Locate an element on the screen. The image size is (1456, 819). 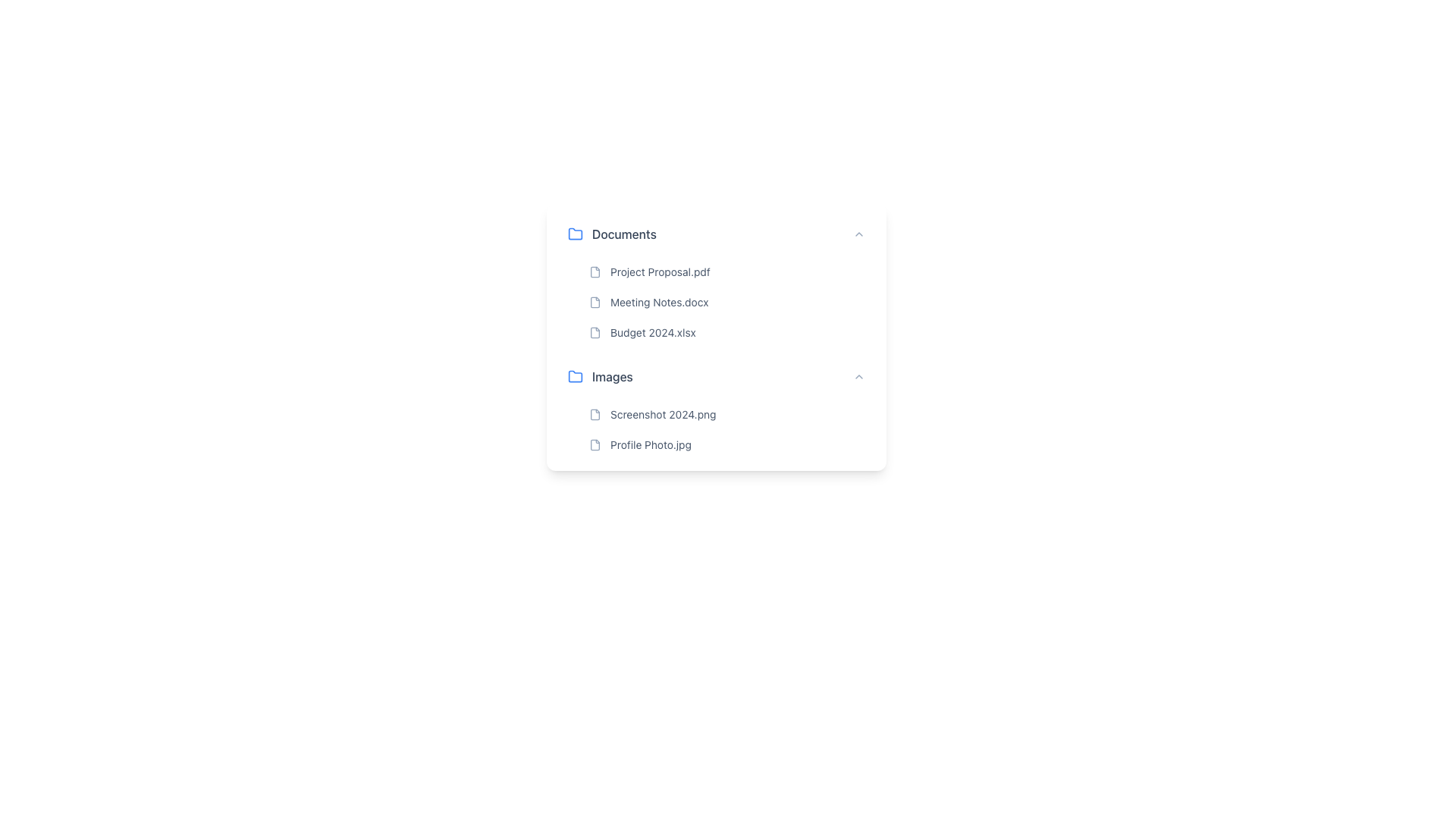
the icon representing the 'Budget 2024.xlsx' file, which is positioned at the beginning of the entry row for this document in the list under the 'Documents' section is located at coordinates (595, 332).